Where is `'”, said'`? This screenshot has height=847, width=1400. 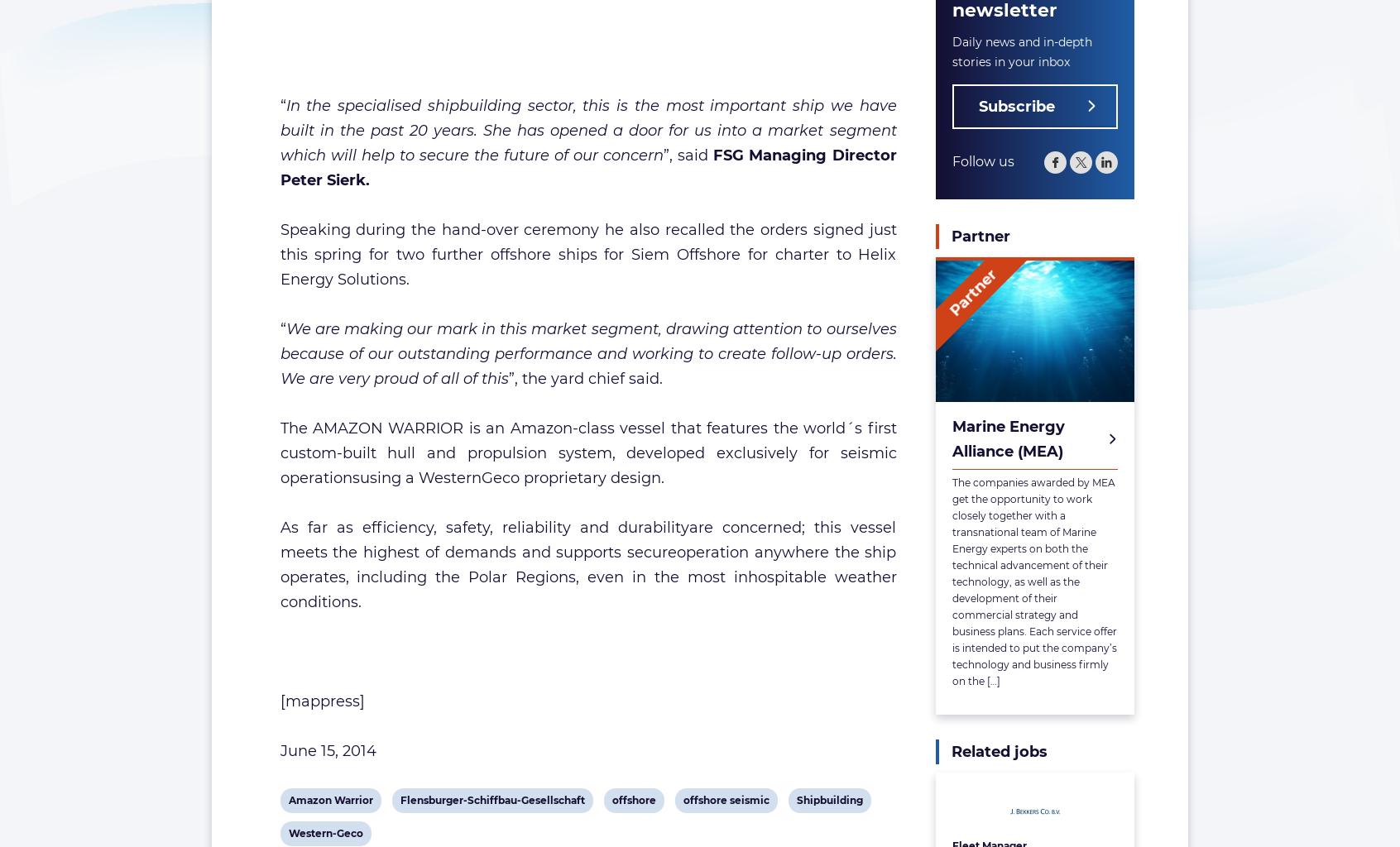
'”, said' is located at coordinates (688, 156).